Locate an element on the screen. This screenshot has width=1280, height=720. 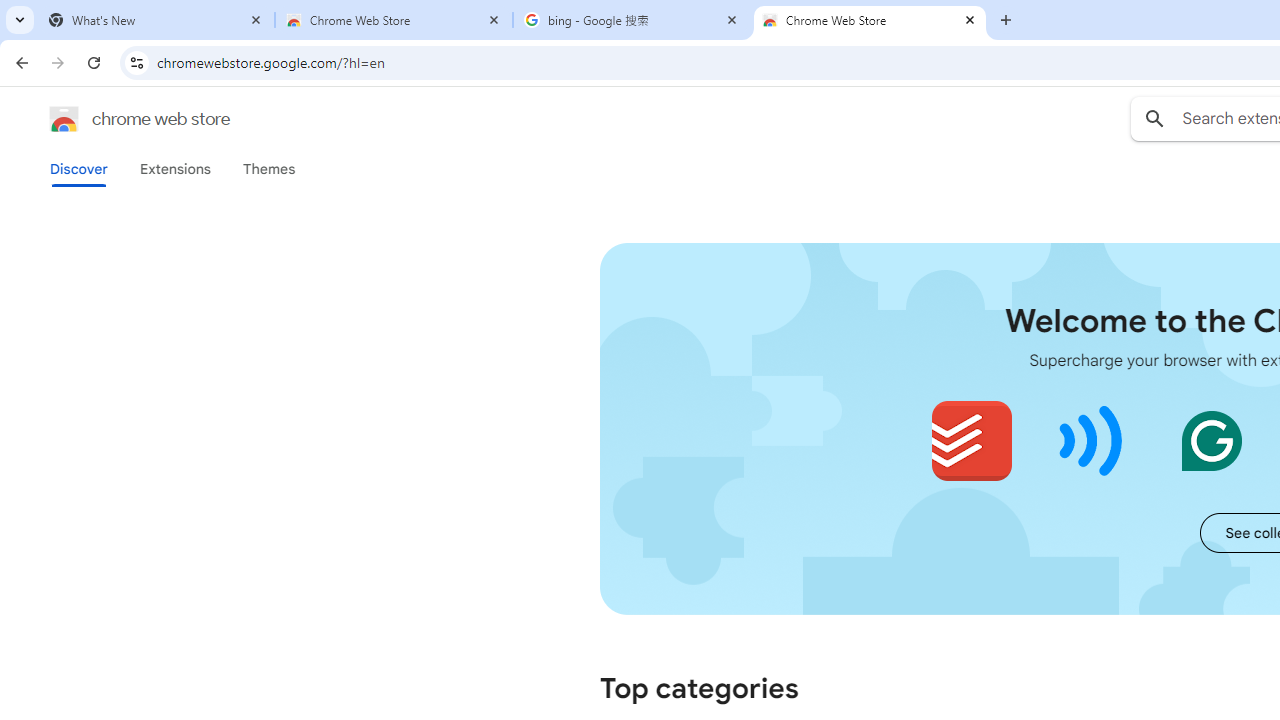
'Extensions' is located at coordinates (174, 168).